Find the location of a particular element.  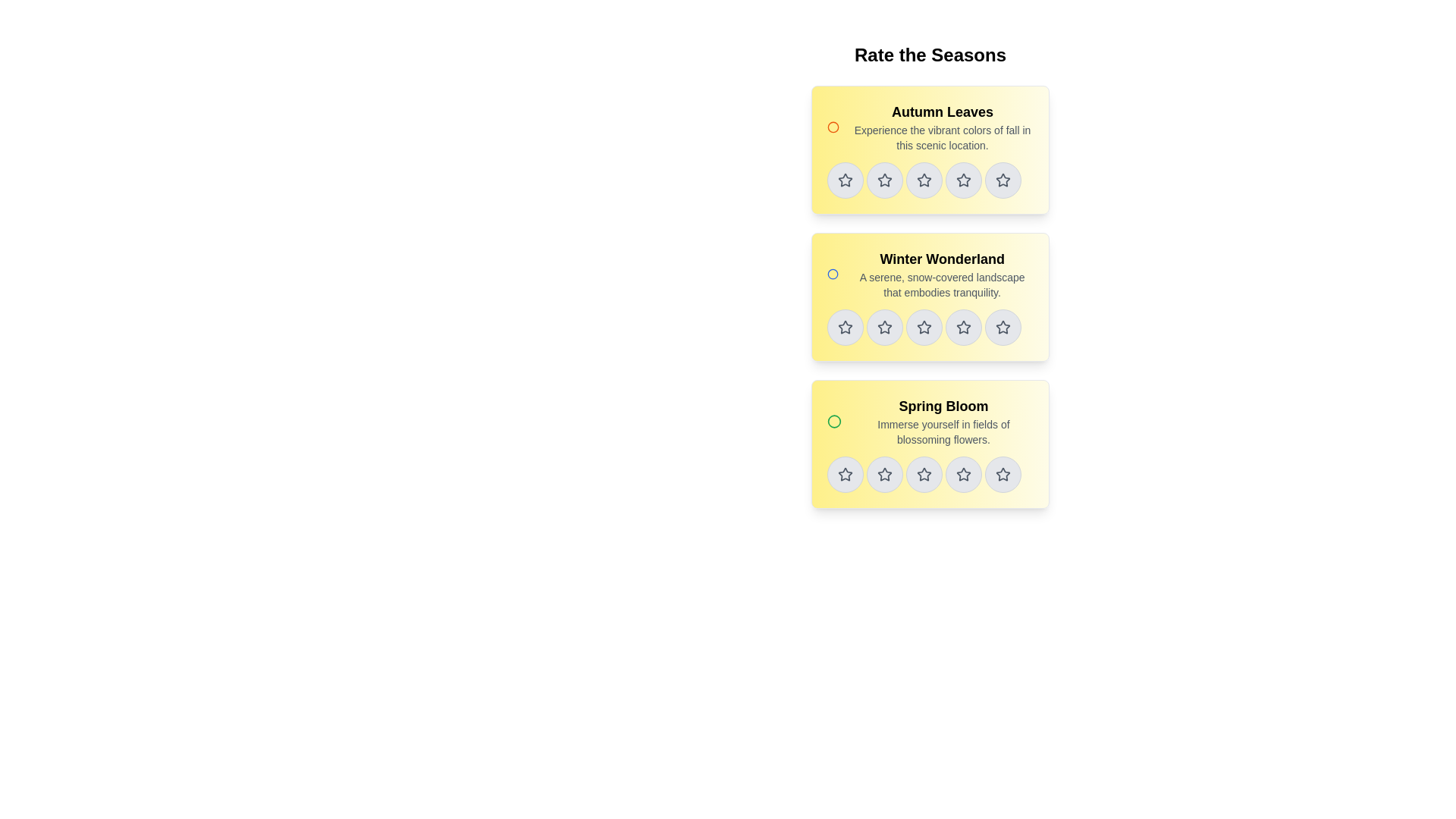

the fifth star icon in the rating system to indicate a high rating for the item labeled 'Autumn Leaves' is located at coordinates (1003, 180).